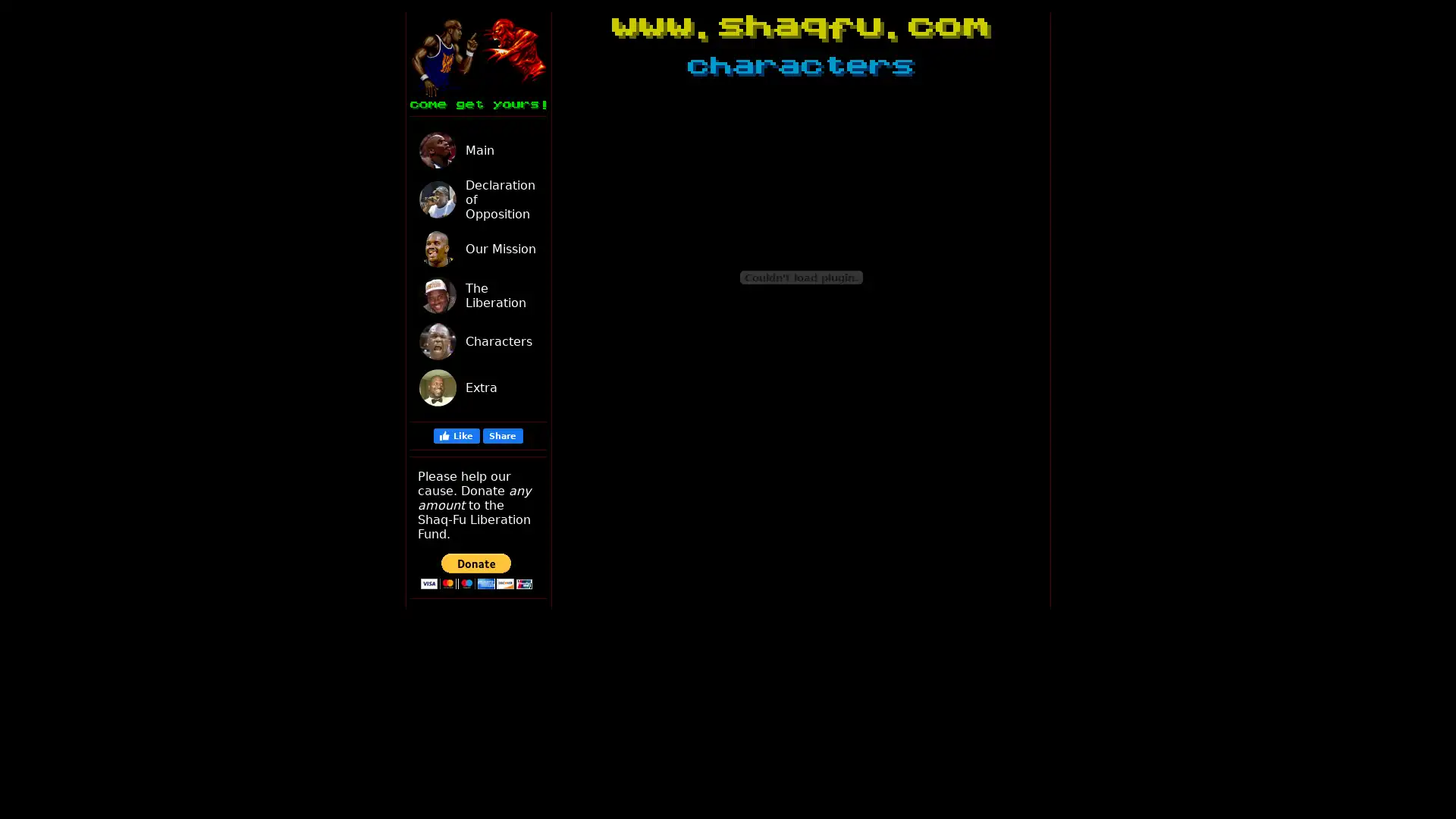 This screenshot has width=1456, height=819. What do you see at coordinates (475, 571) in the screenshot?
I see `PayPal - The safer, easier way to pay online!` at bounding box center [475, 571].